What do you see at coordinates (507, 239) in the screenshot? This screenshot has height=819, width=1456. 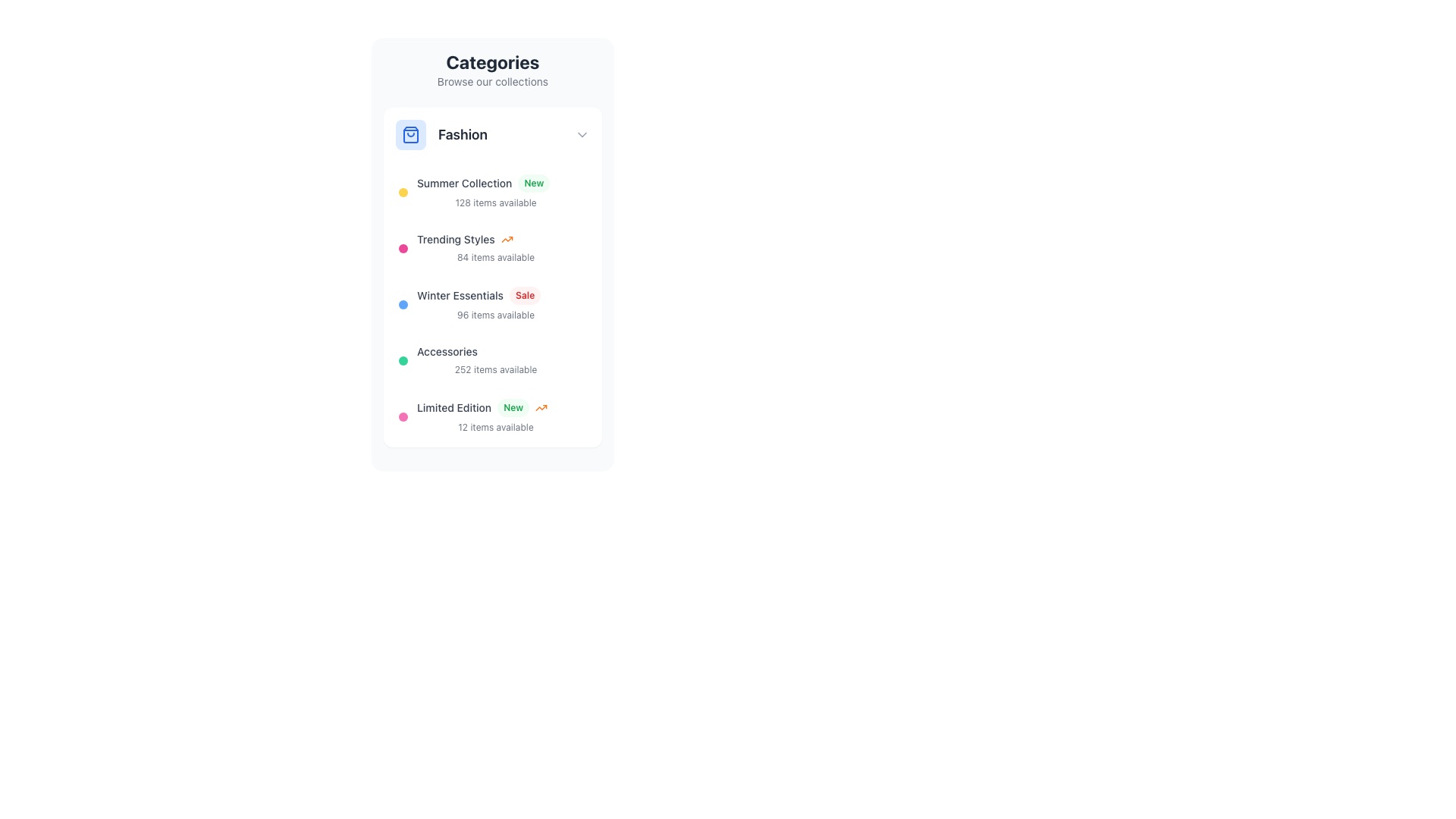 I see `the small orange line chart icon with an upward trend located to the right of the 'Trending Styles' text in the 'Fashion' category list` at bounding box center [507, 239].